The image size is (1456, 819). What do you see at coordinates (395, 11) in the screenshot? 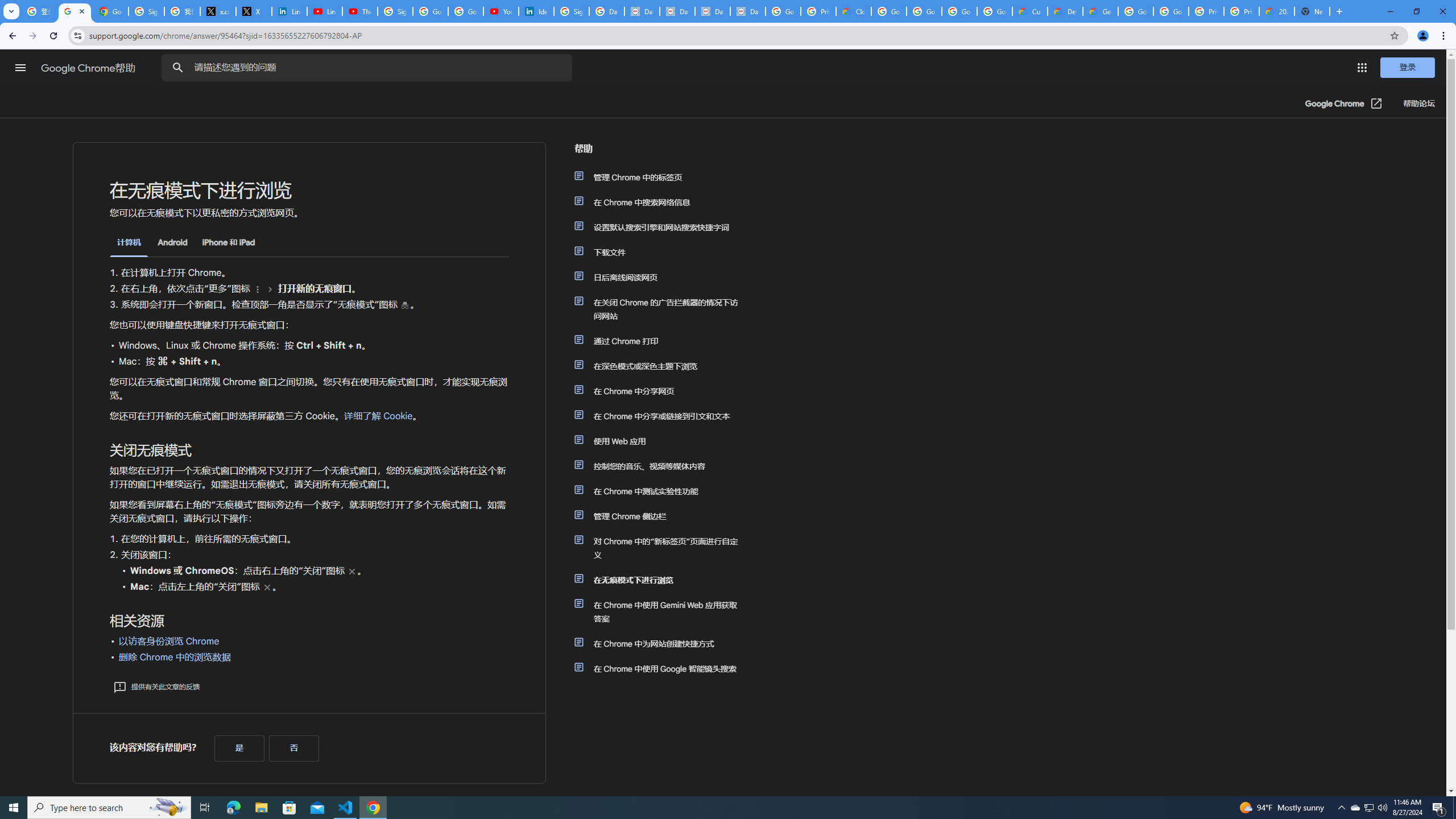
I see `'Sign in - Google Accounts'` at bounding box center [395, 11].